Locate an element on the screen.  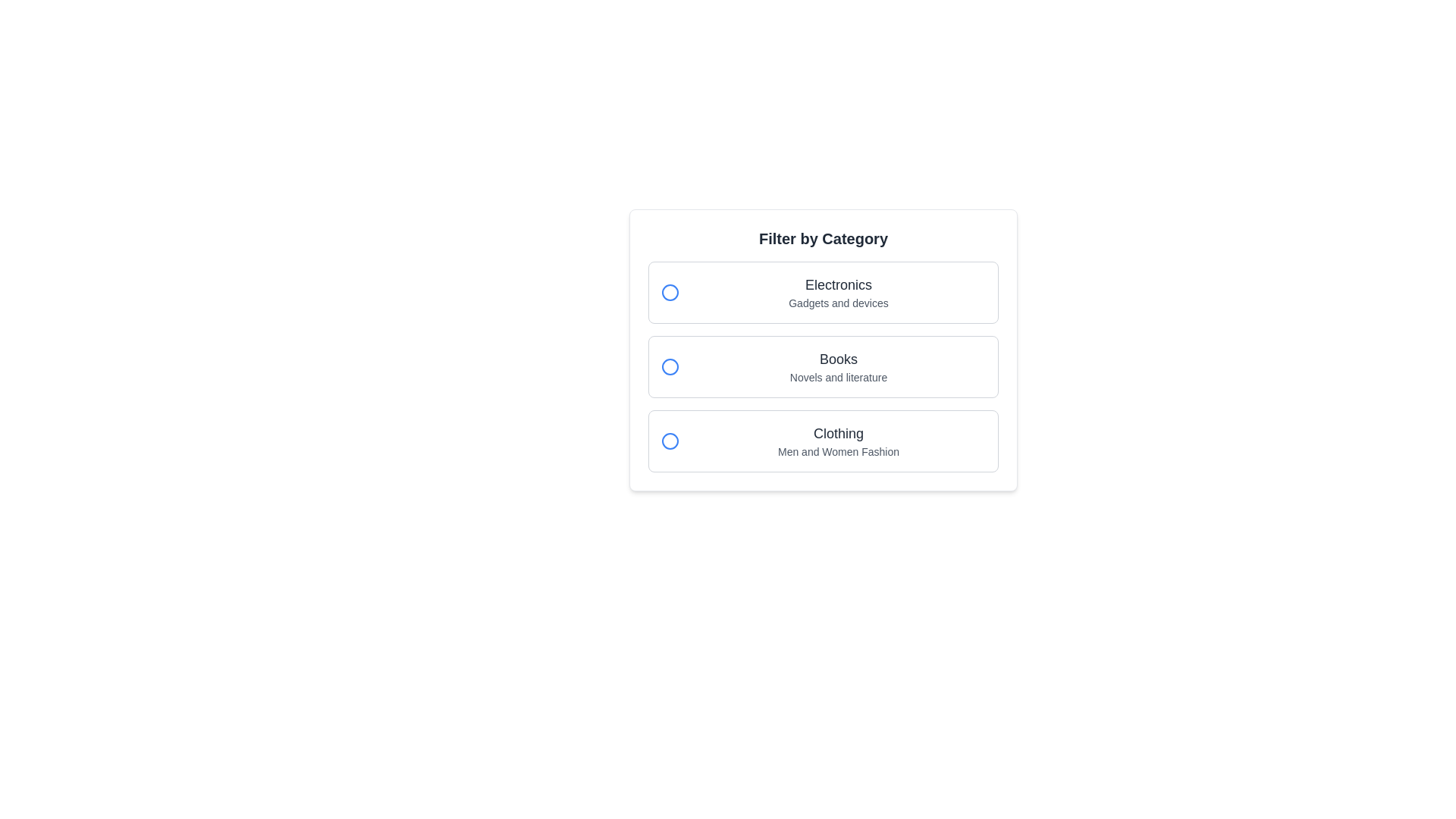
the circular marker or button located to the left of the 'Electronics' category in the vertical list is located at coordinates (669, 292).